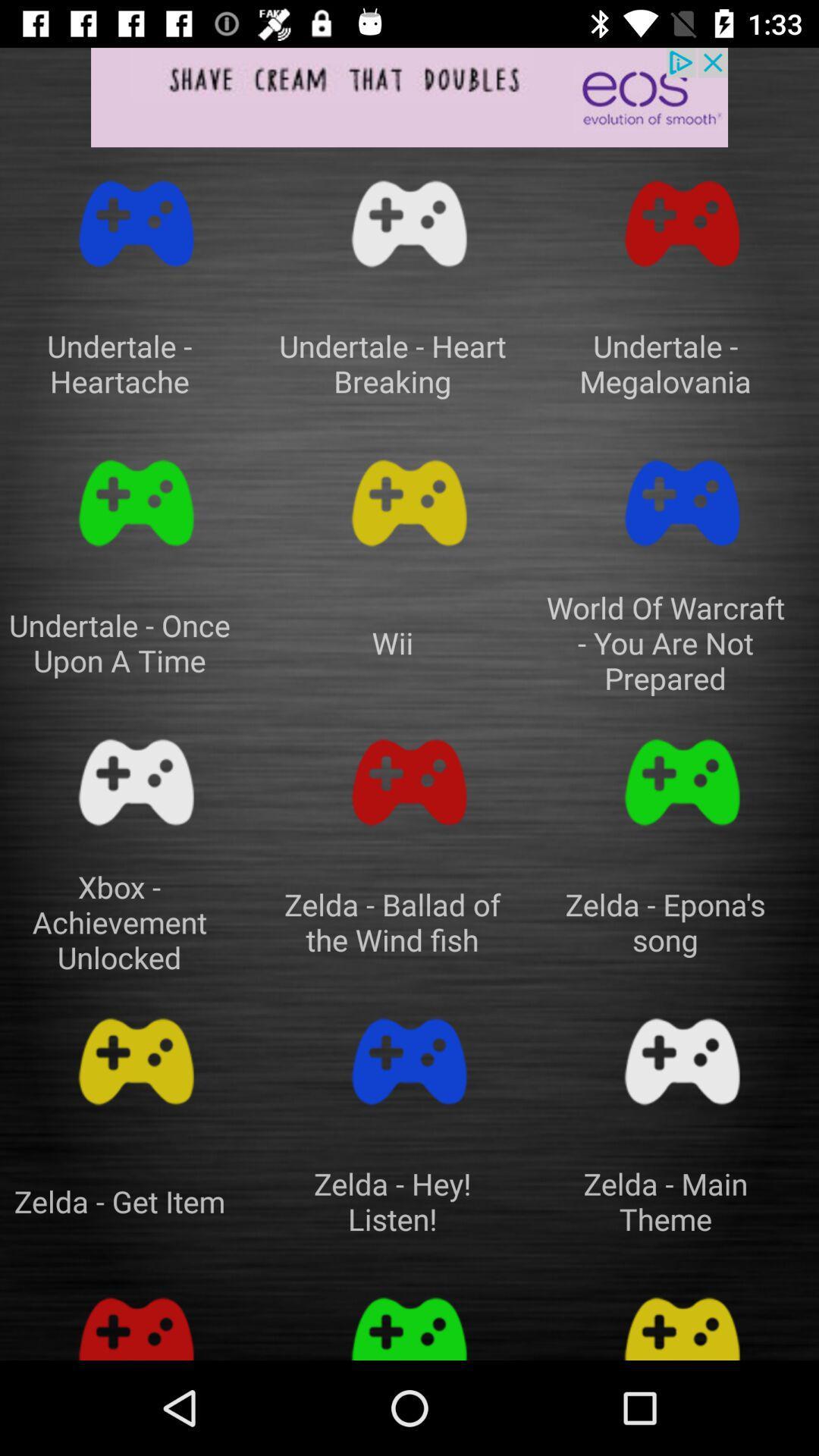  What do you see at coordinates (409, 783) in the screenshot?
I see `option` at bounding box center [409, 783].